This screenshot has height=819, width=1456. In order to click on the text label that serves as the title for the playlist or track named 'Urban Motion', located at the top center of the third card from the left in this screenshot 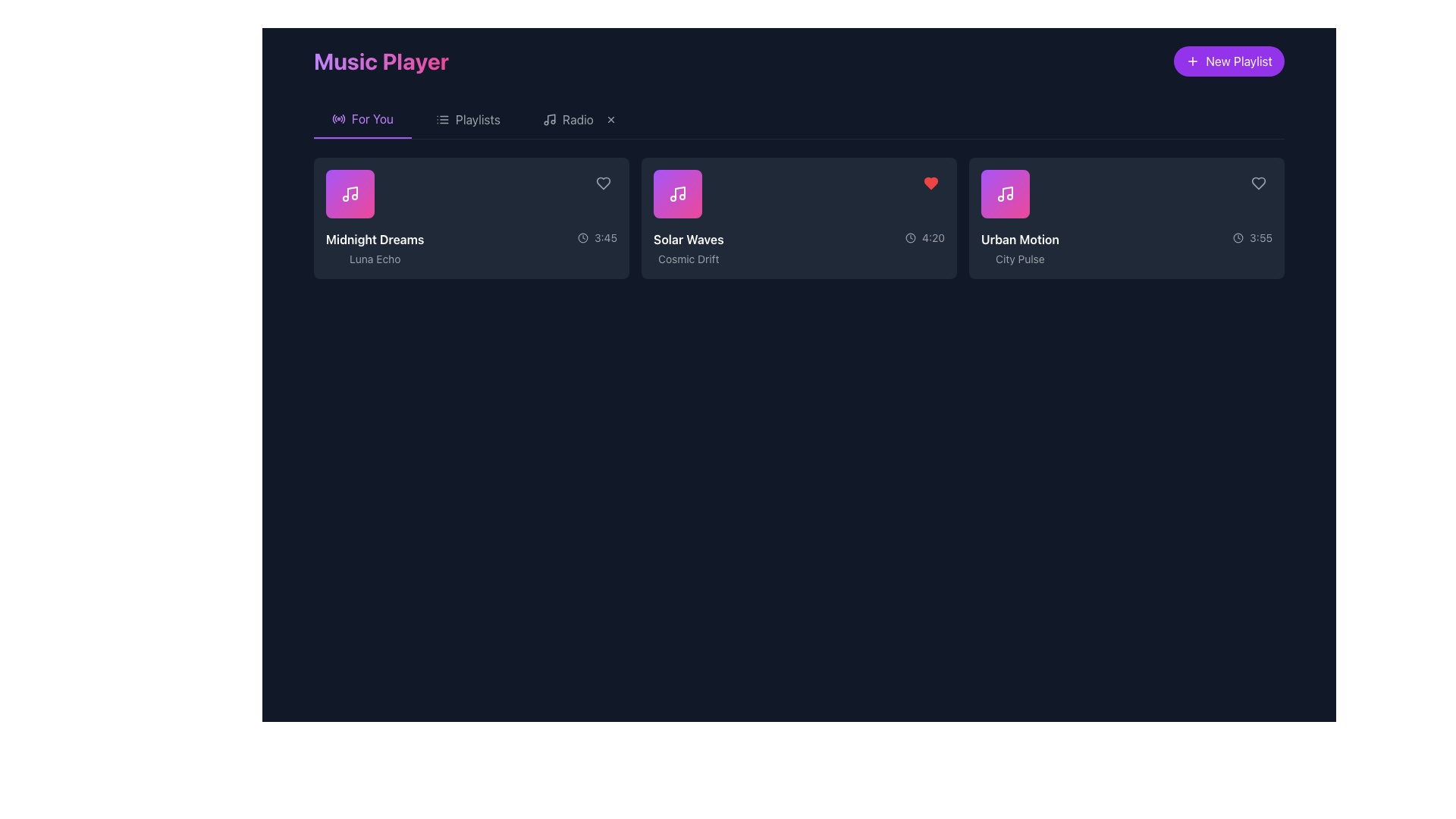, I will do `click(1020, 239)`.